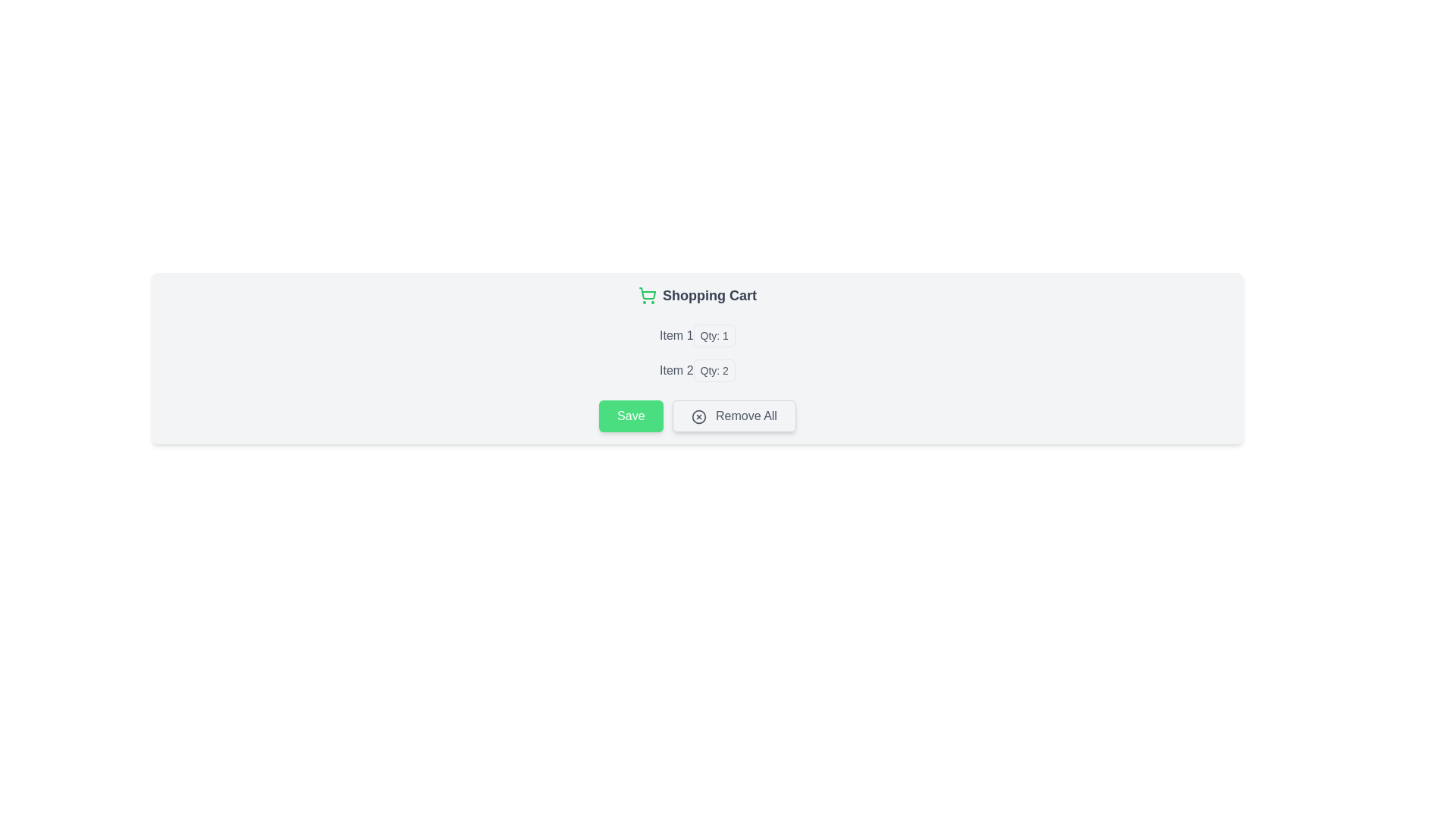 This screenshot has width=1456, height=819. Describe the element at coordinates (648, 295) in the screenshot. I see `the shopping cart icon located at the top-left of the 'Shopping Cart' section, which is aligned to the left of the text 'Shopping Cart'` at that location.